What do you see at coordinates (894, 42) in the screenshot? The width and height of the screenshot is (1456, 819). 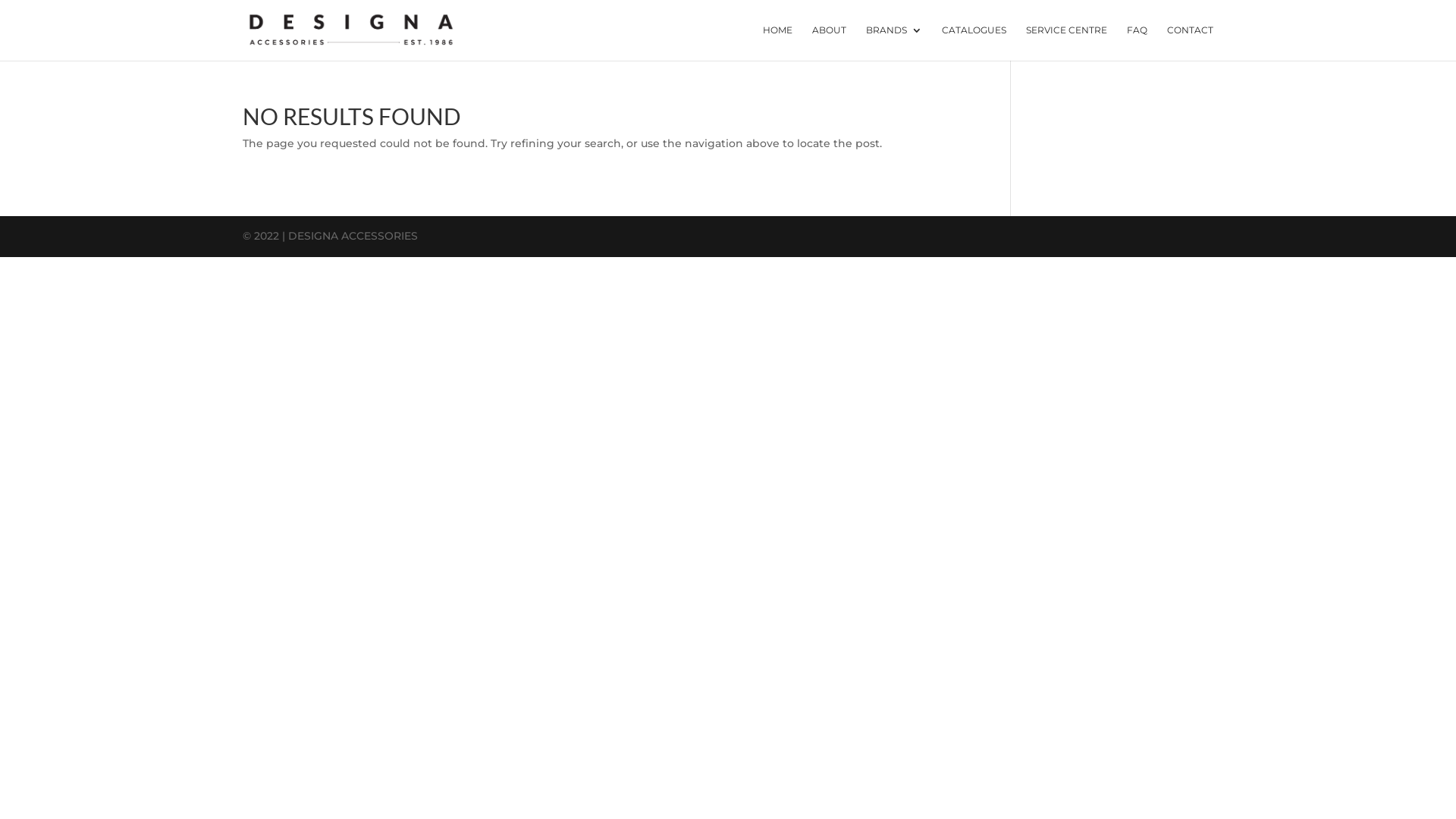 I see `'BRANDS'` at bounding box center [894, 42].